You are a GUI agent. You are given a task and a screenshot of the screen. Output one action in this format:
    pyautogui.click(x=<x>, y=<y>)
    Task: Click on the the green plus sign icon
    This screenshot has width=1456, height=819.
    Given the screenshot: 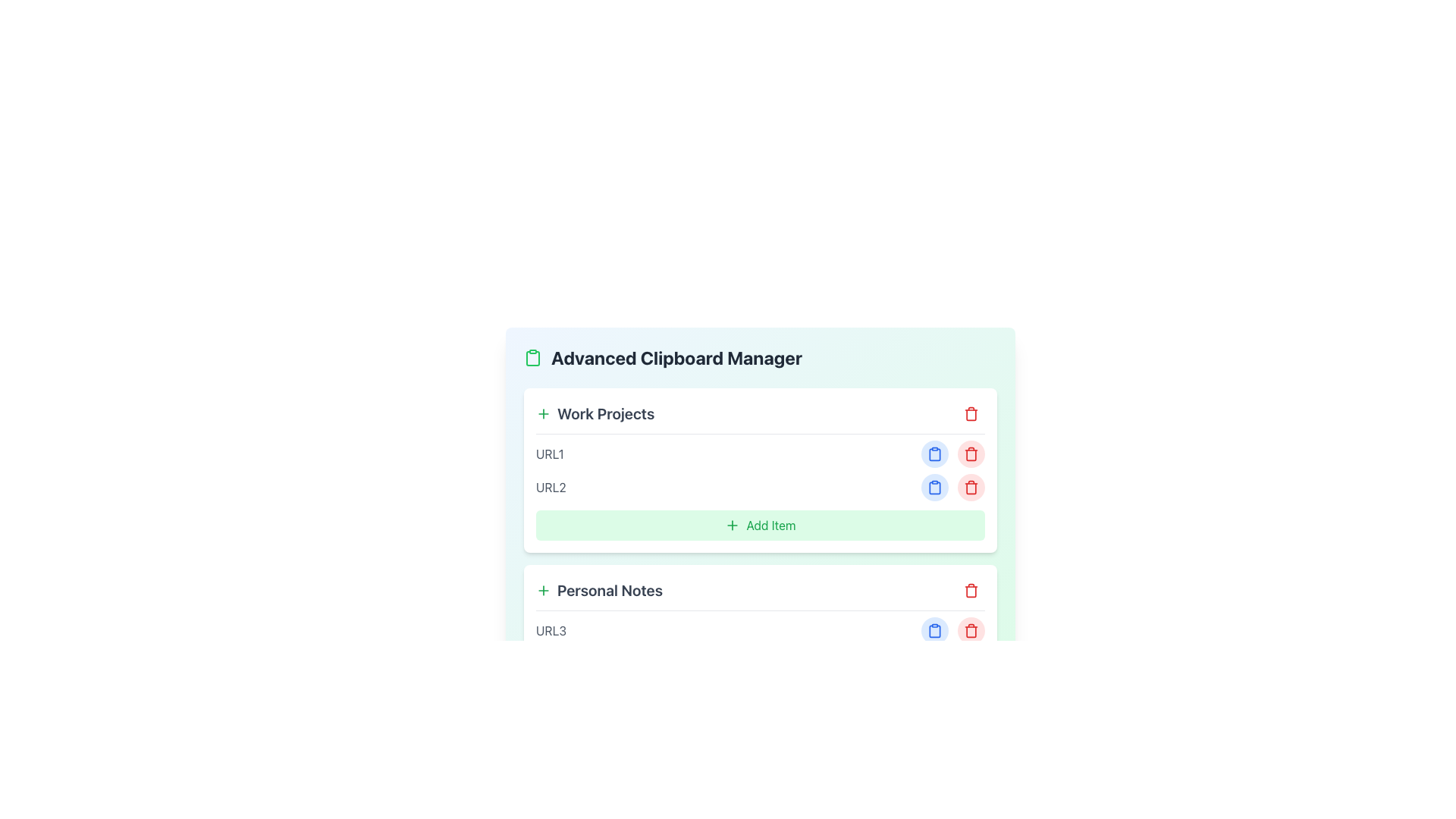 What is the action you would take?
    pyautogui.click(x=543, y=590)
    